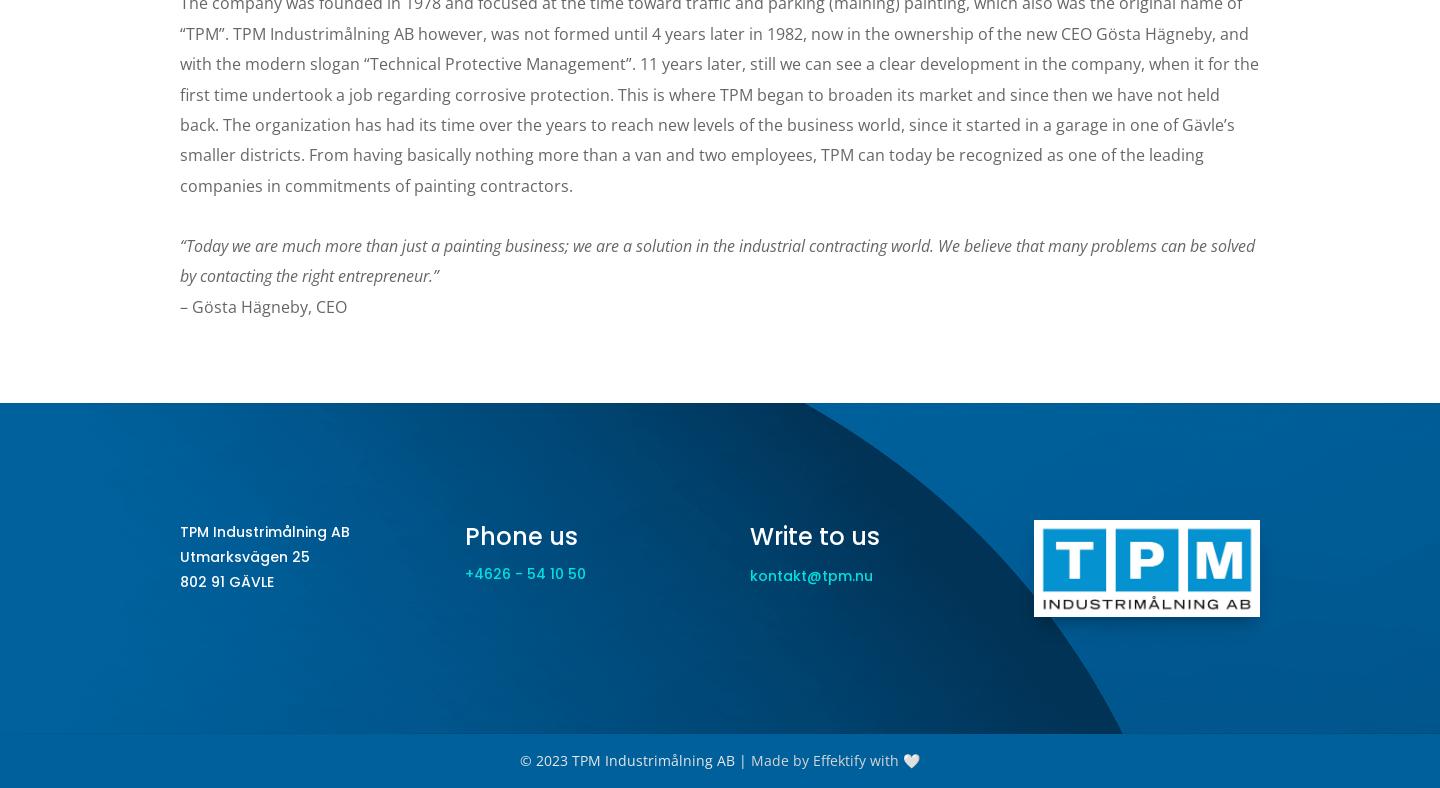 Image resolution: width=1440 pixels, height=788 pixels. I want to click on '– Gösta Hägneby, CEO', so click(262, 305).